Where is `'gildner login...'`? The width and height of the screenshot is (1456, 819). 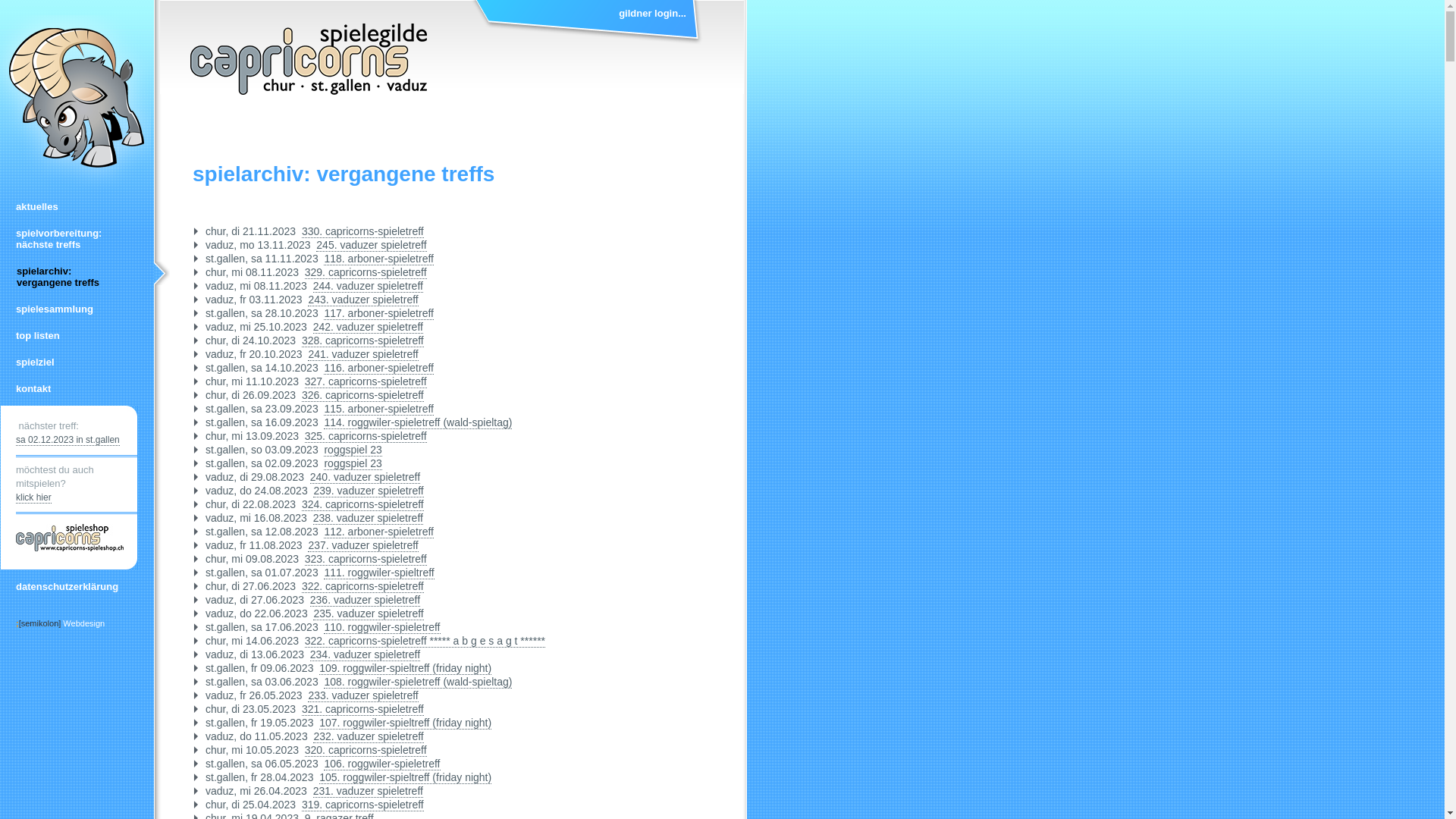 'gildner login...' is located at coordinates (469, 23).